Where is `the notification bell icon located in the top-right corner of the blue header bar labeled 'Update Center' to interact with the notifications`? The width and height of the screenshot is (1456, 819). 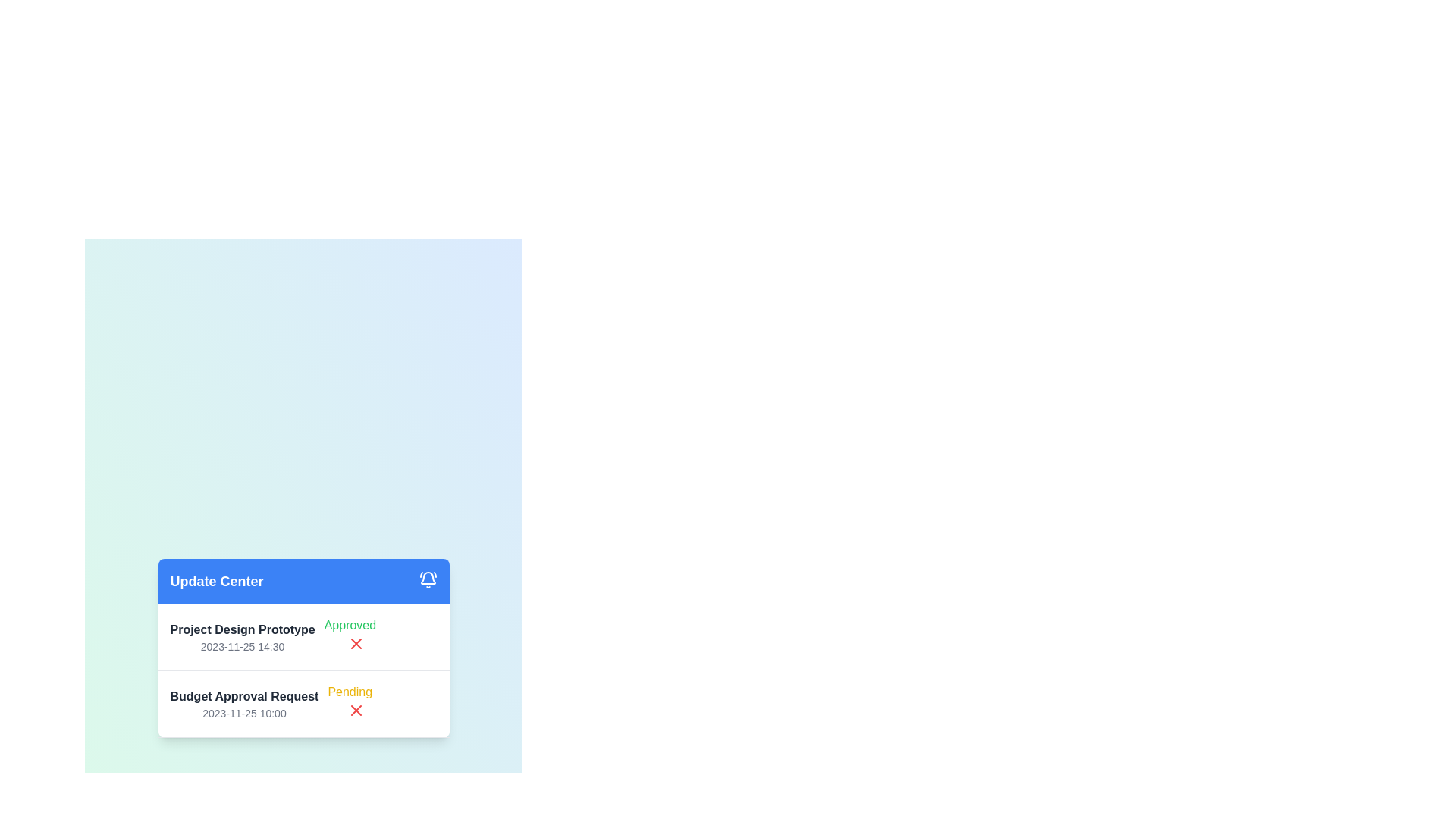
the notification bell icon located in the top-right corner of the blue header bar labeled 'Update Center' to interact with the notifications is located at coordinates (427, 578).